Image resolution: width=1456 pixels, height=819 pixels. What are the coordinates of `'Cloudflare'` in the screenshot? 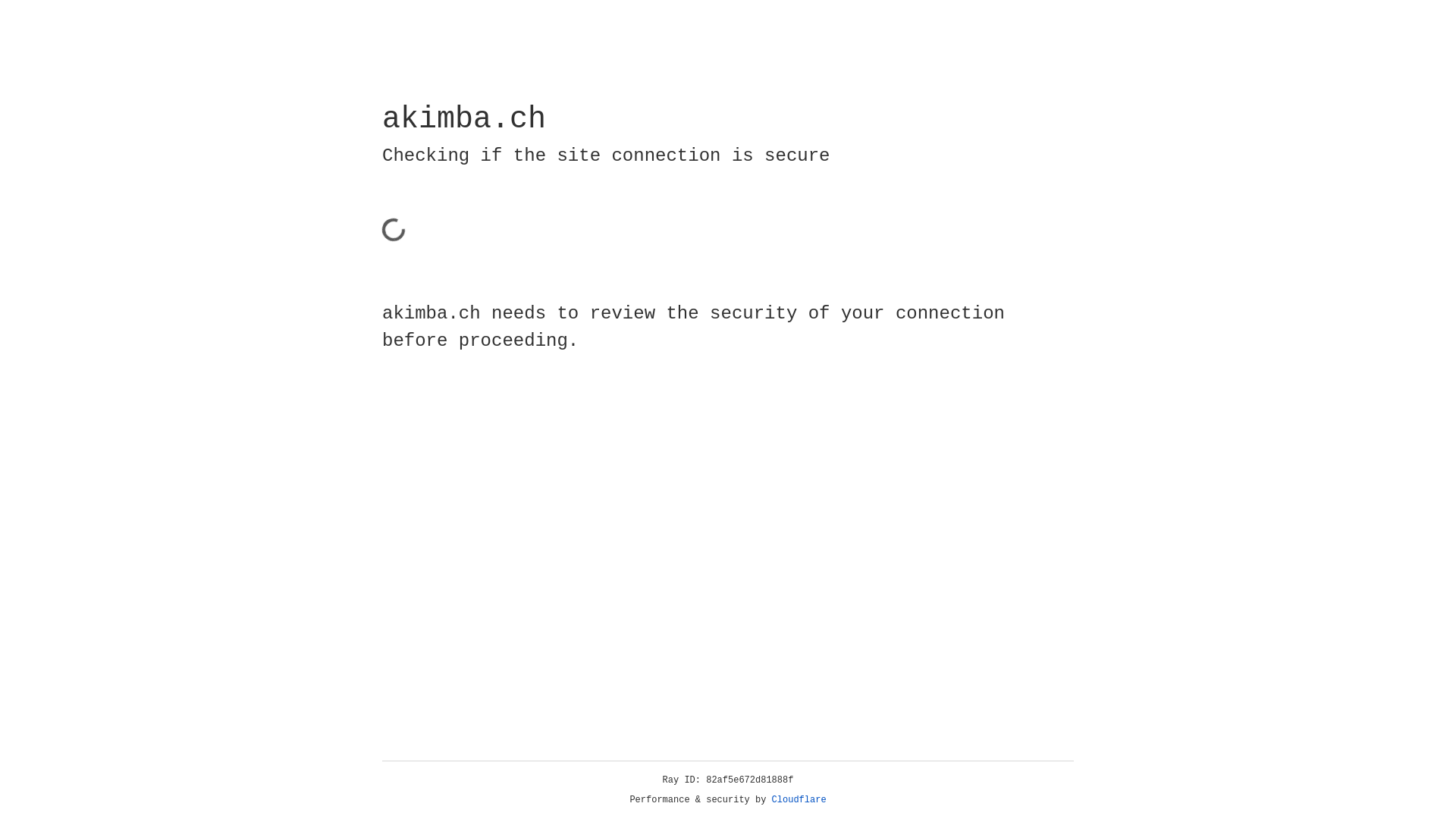 It's located at (771, 799).